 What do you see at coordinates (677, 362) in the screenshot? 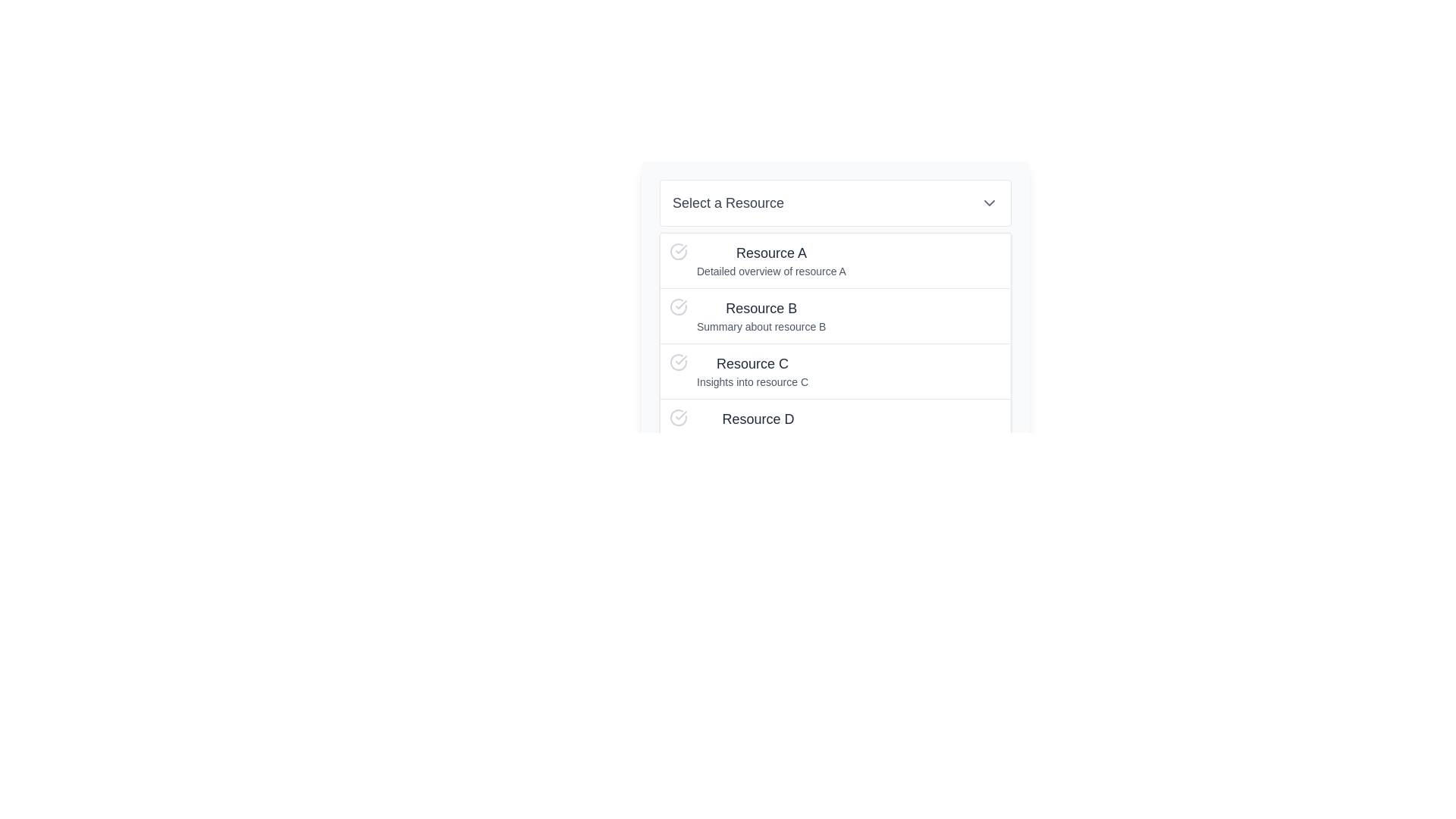
I see `the status indicator icon for 'Resource C'` at bounding box center [677, 362].